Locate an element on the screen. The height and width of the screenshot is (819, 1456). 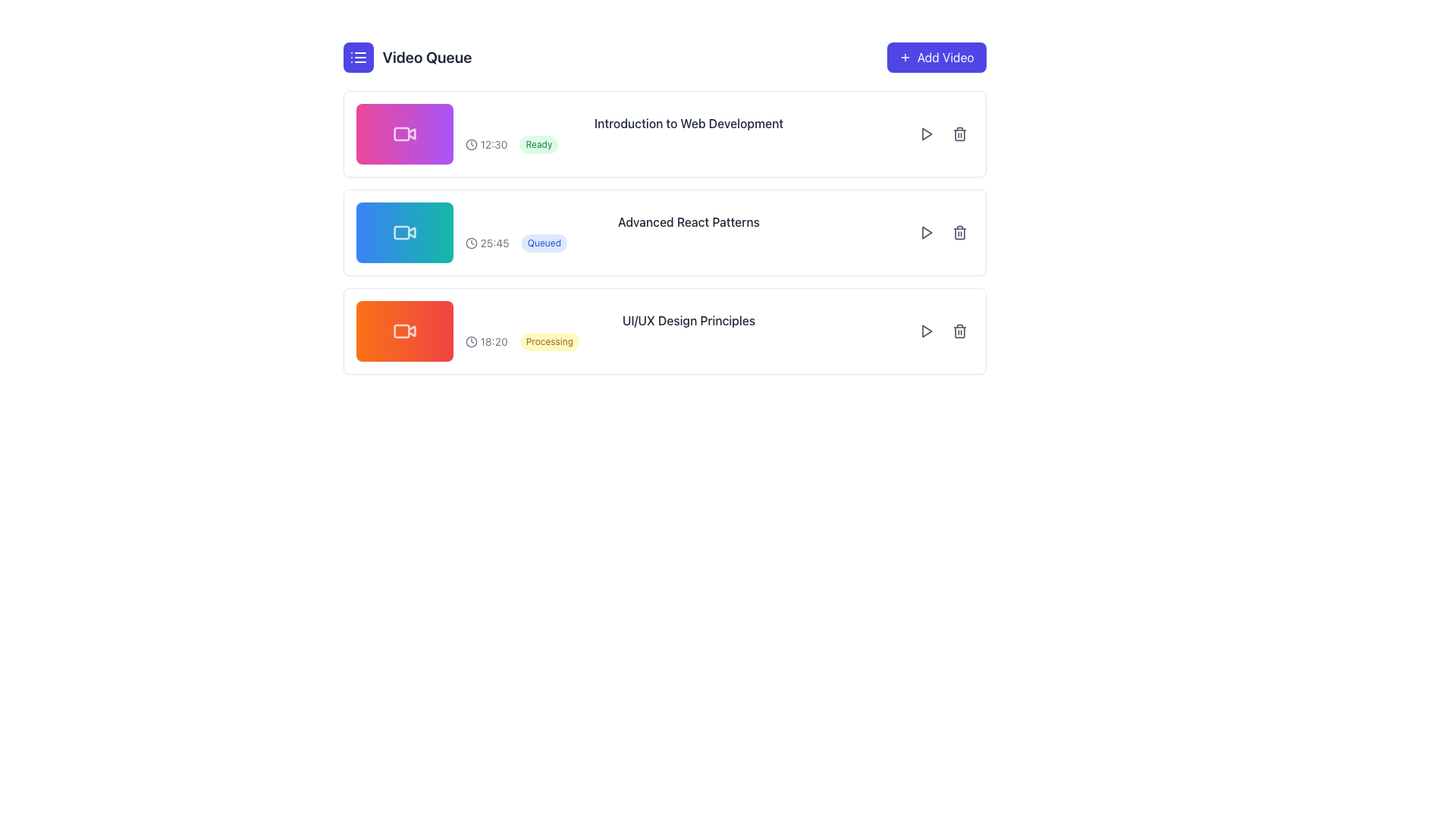
the list item row titled 'Advanced React Patterns', which displays the duration '25:45' on the left and a 'Queued' badge on the right is located at coordinates (664, 208).